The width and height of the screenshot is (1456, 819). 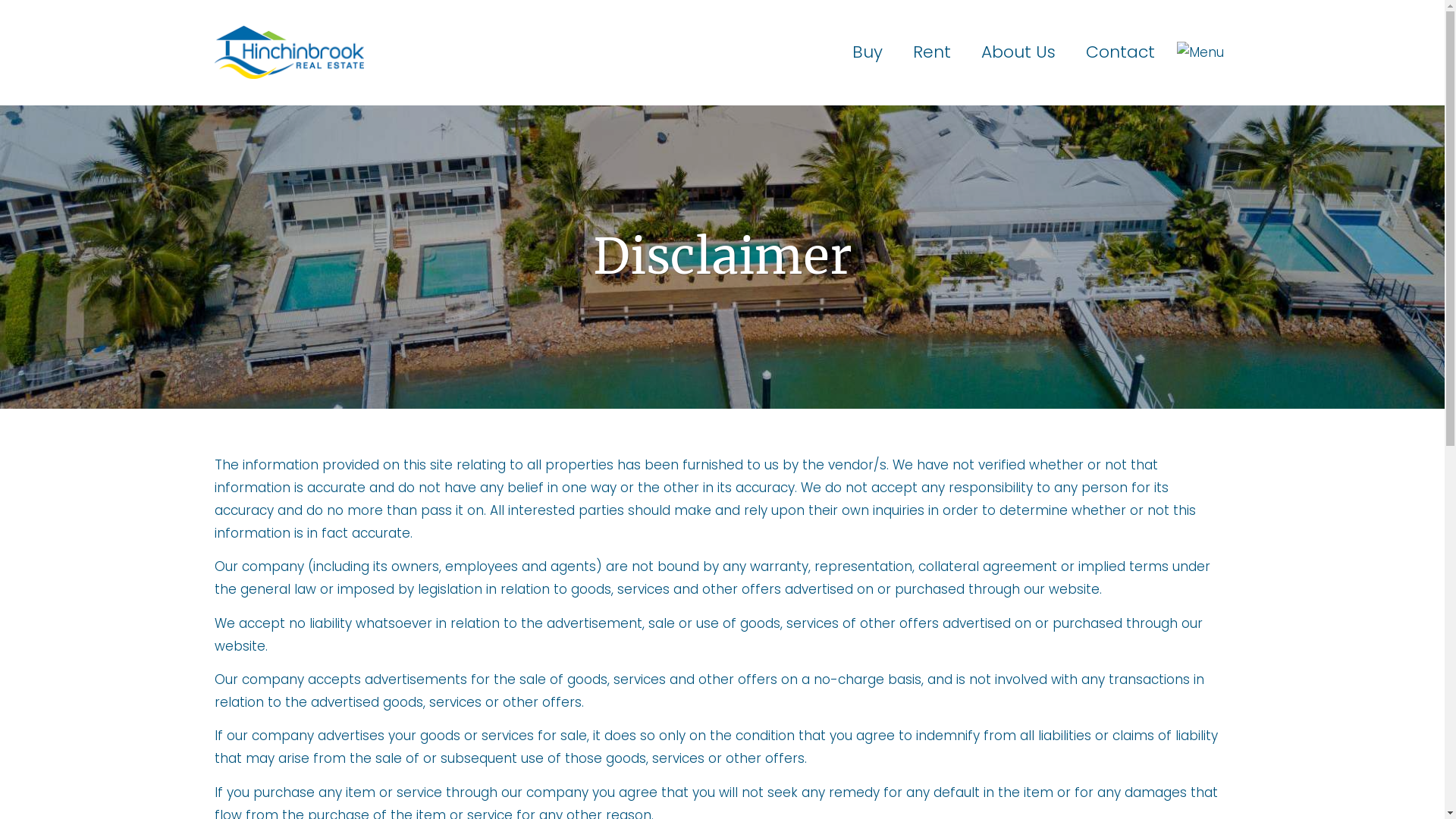 What do you see at coordinates (836, 52) in the screenshot?
I see `'Buy'` at bounding box center [836, 52].